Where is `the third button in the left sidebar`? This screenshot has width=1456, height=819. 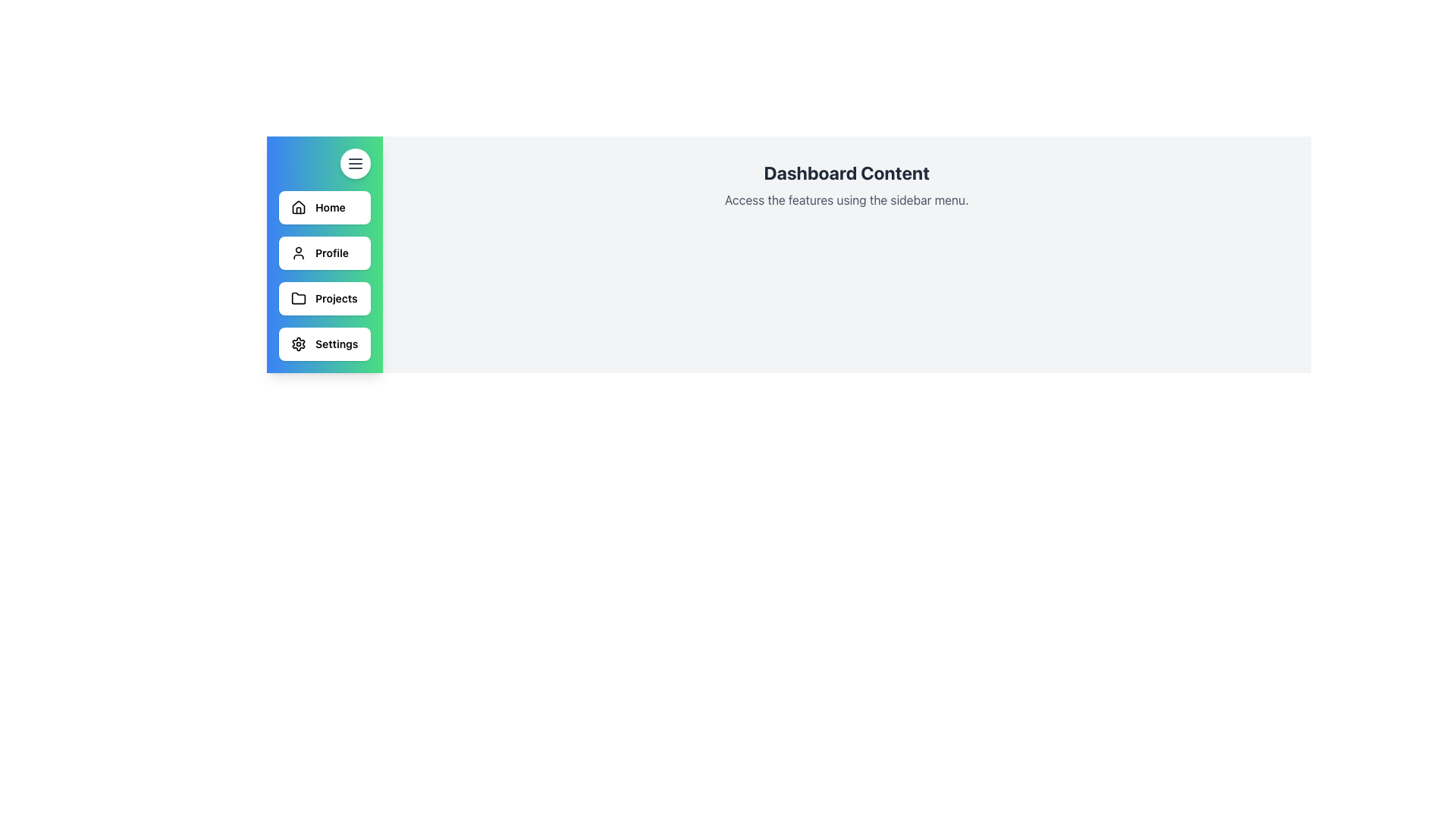 the third button in the left sidebar is located at coordinates (324, 298).